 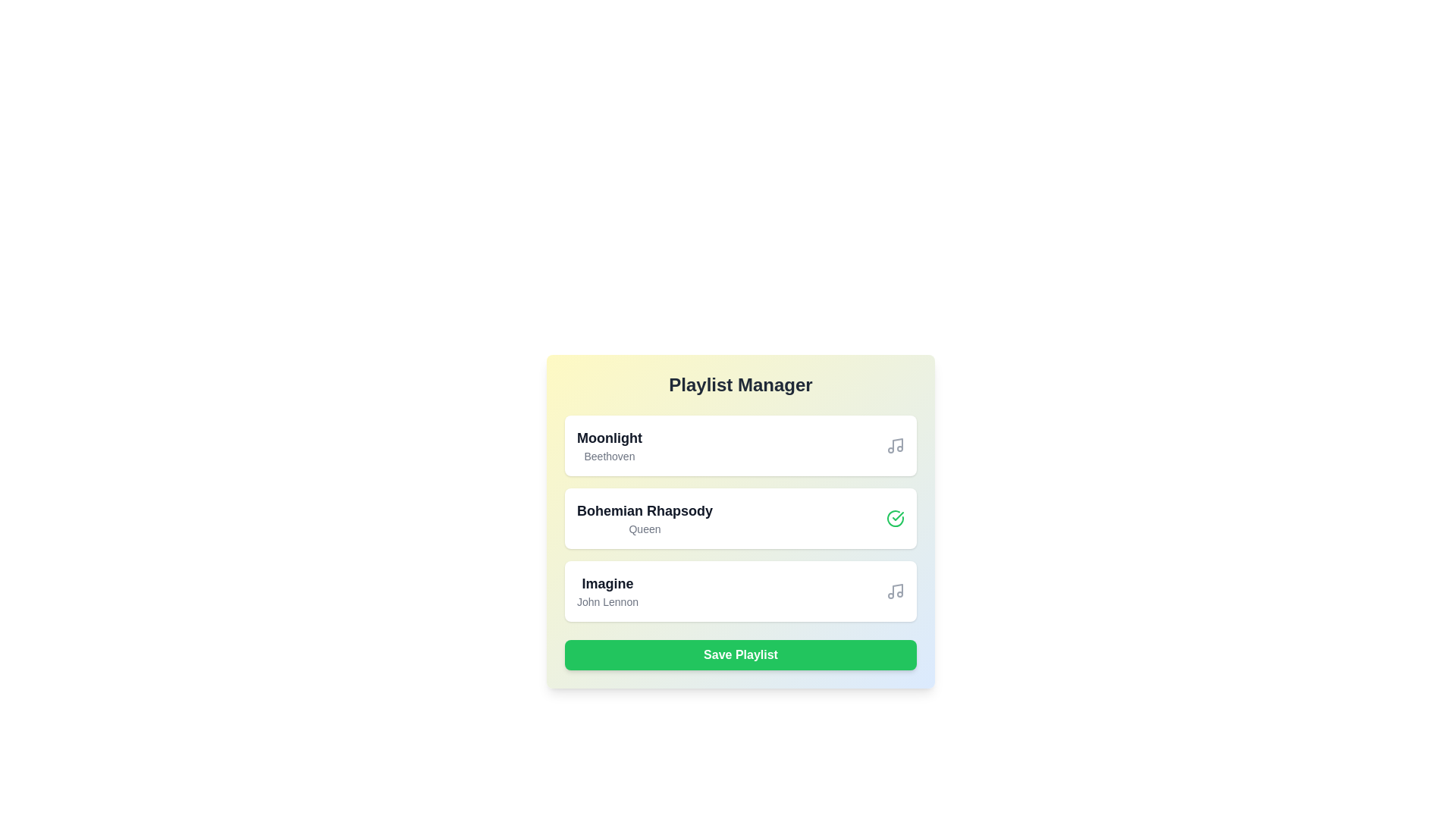 I want to click on the song titled 'Imagine' to inspect its details, so click(x=607, y=590).